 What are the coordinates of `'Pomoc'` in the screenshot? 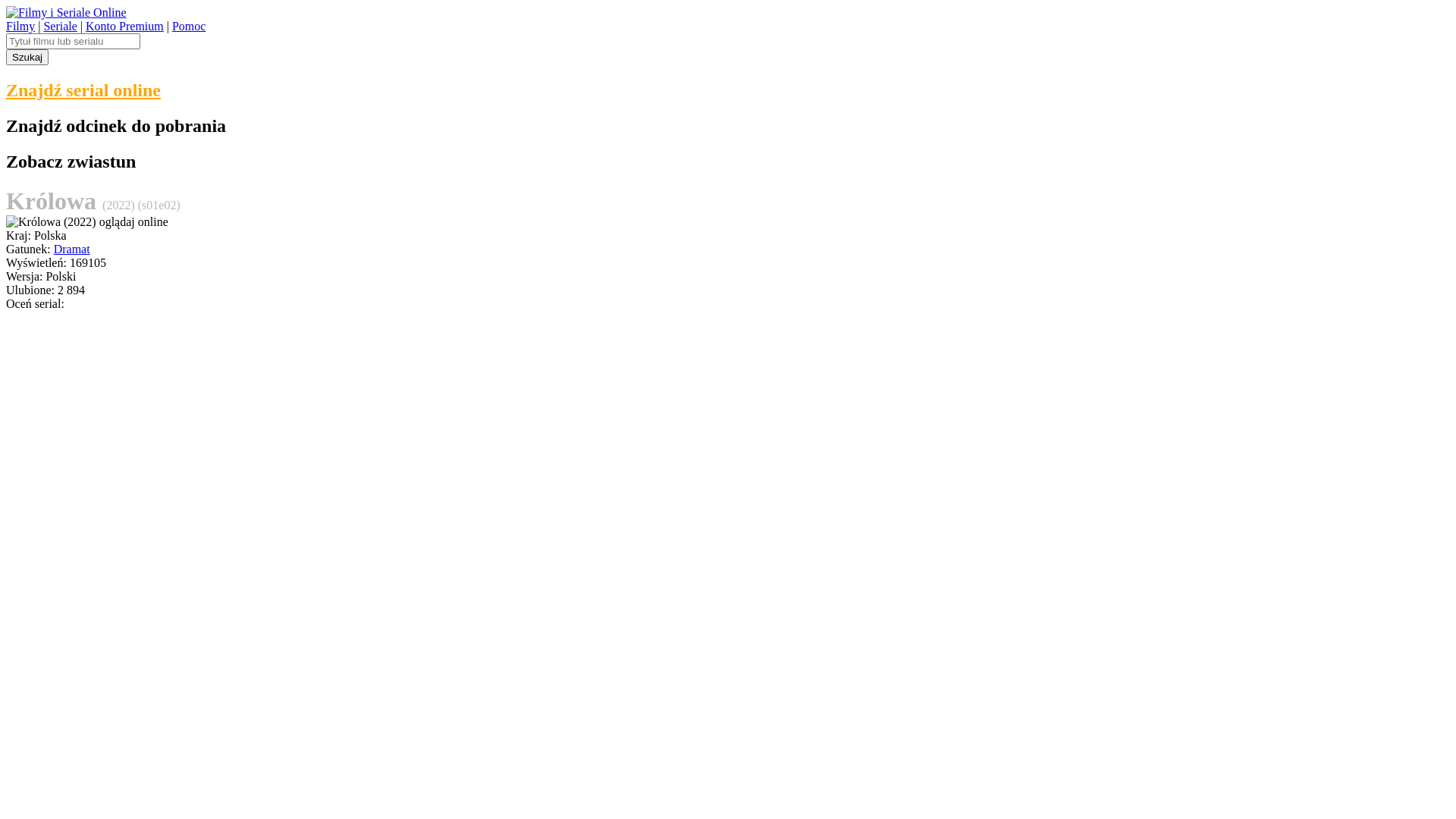 It's located at (188, 26).